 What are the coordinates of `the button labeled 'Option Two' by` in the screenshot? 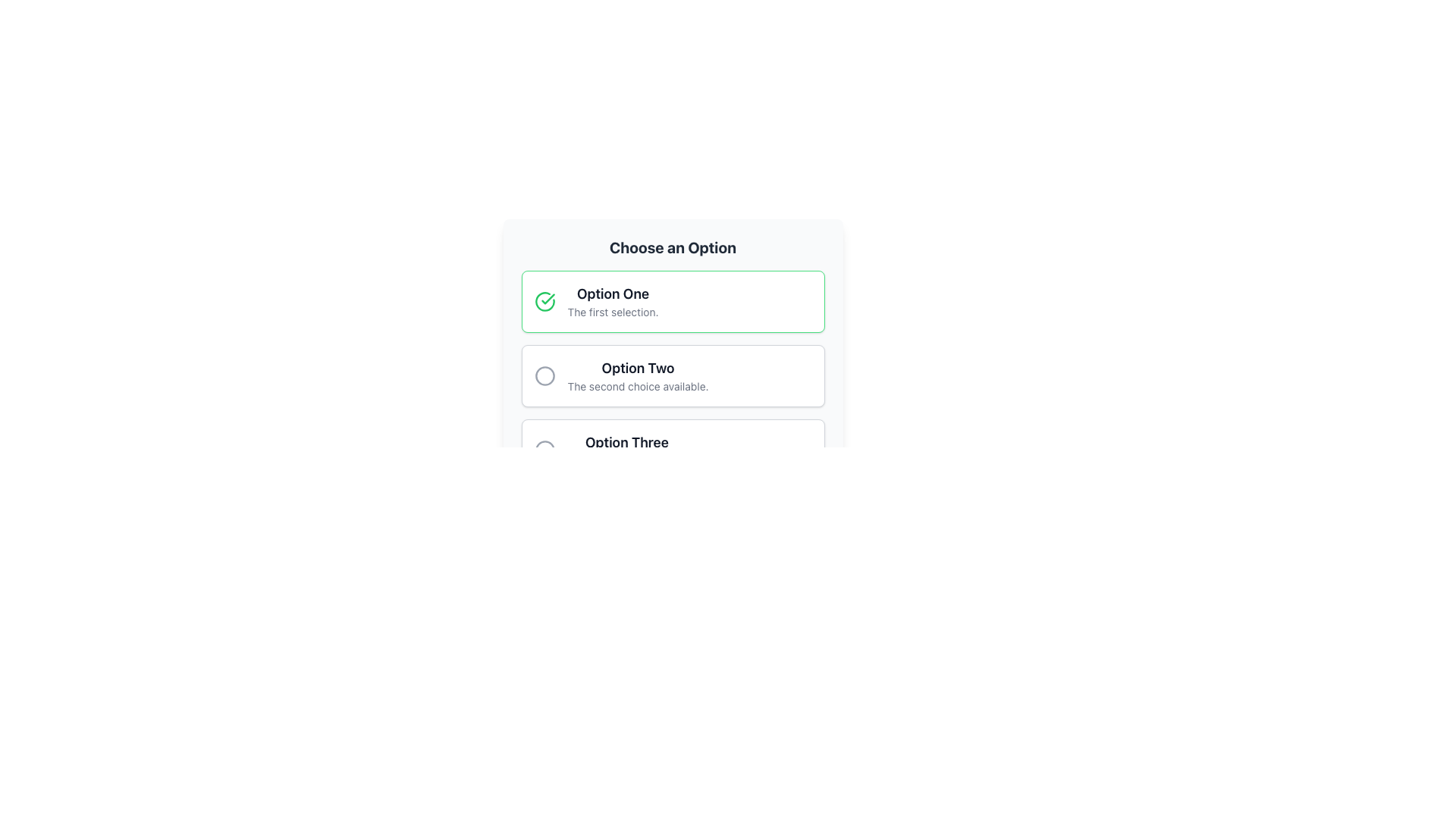 It's located at (672, 375).